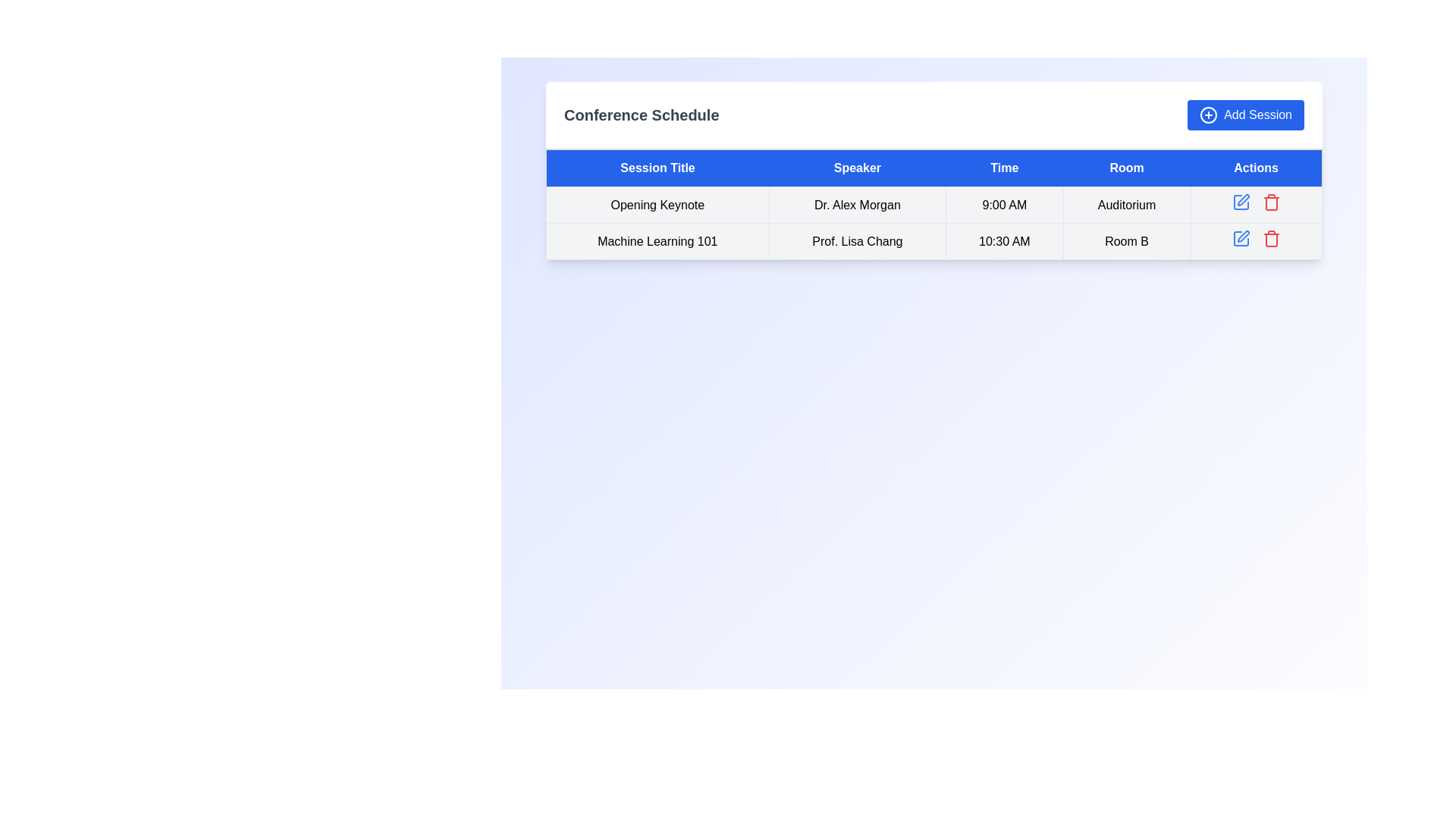 The image size is (1456, 819). I want to click on the icon button in the 'Actions' column of the second row, so click(1241, 239).